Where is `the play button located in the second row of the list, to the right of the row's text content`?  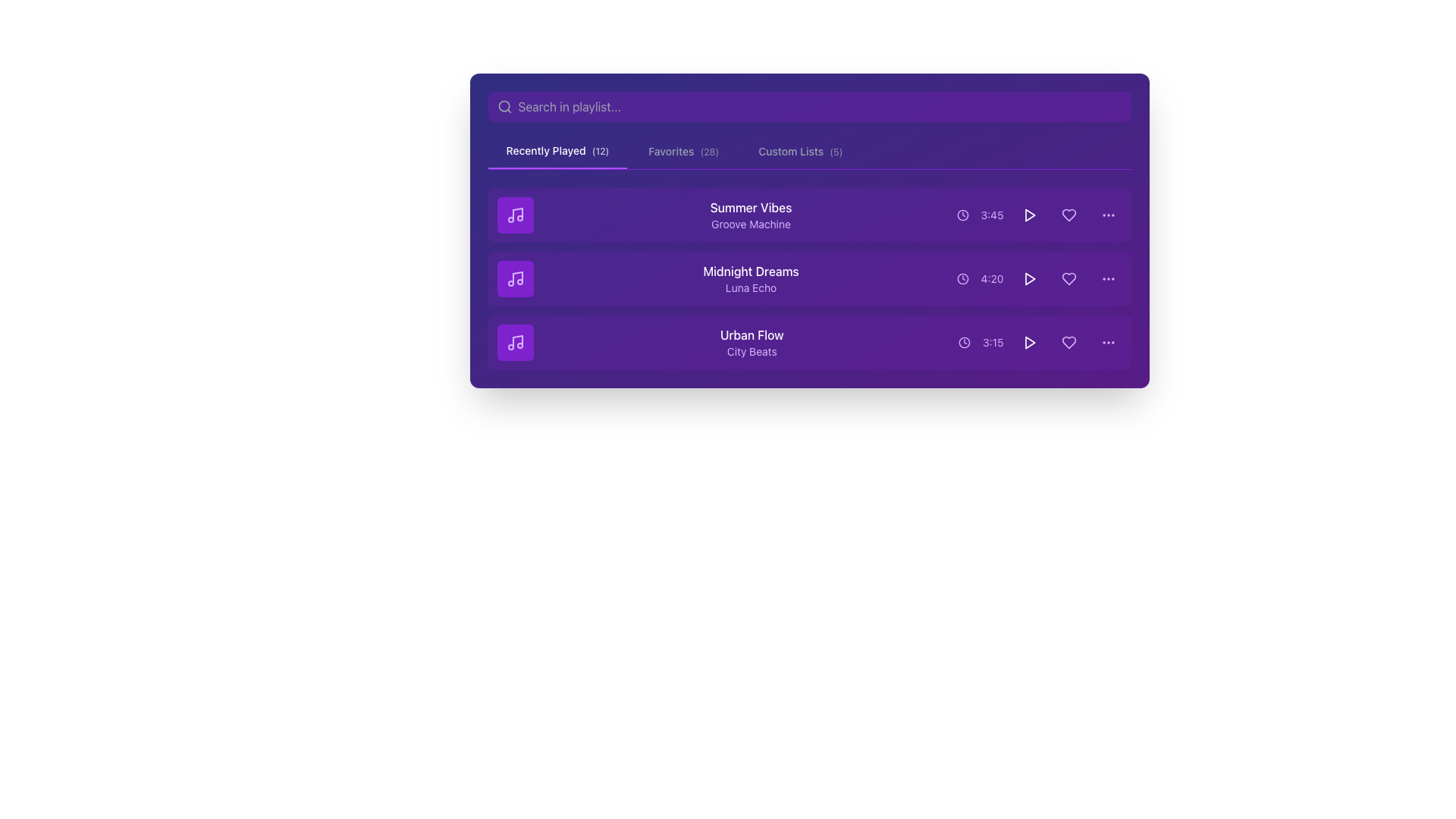 the play button located in the second row of the list, to the right of the row's text content is located at coordinates (1030, 278).